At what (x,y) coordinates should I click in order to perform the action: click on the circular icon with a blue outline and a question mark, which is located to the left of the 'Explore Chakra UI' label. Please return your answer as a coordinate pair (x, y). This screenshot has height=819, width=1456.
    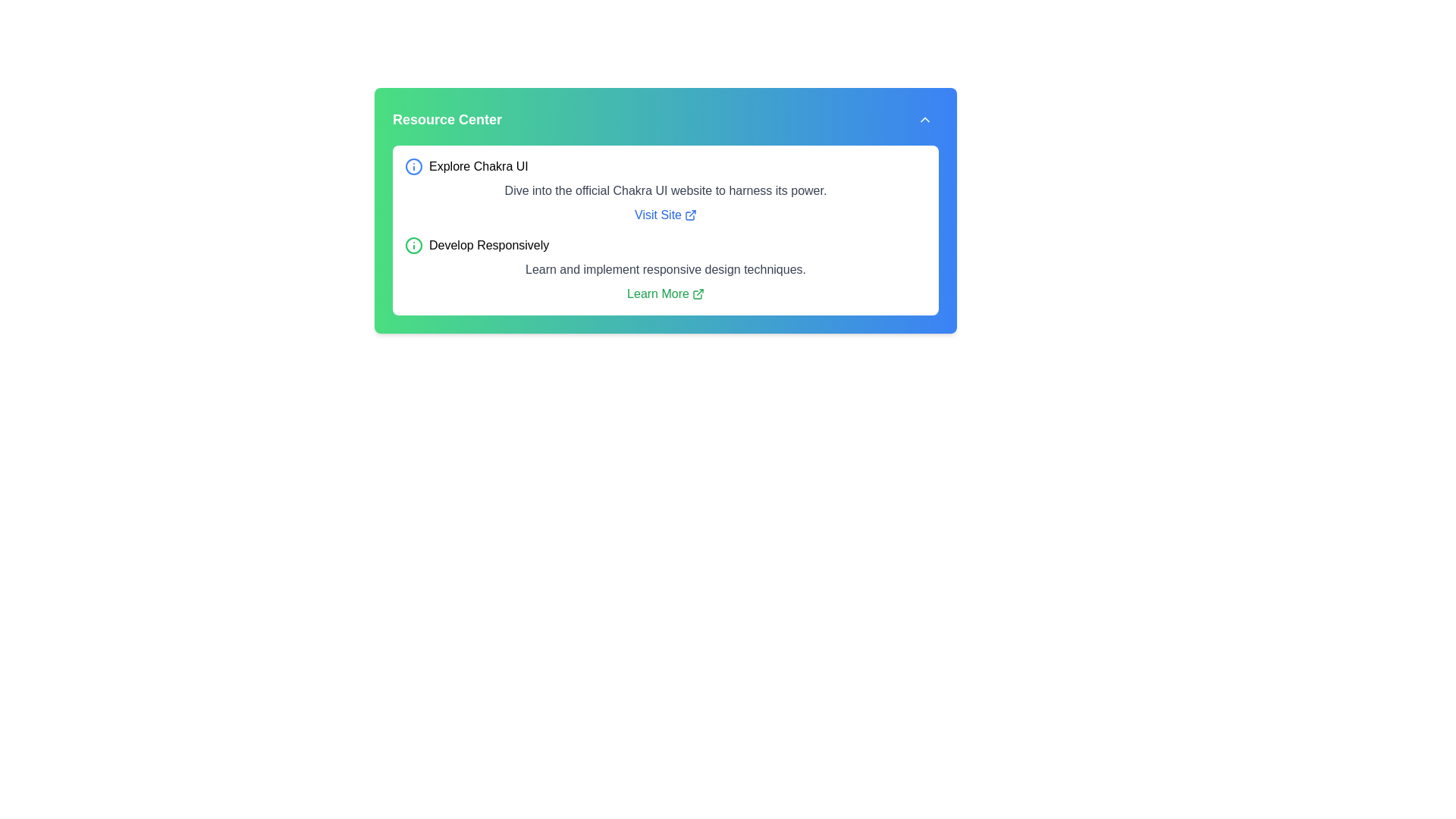
    Looking at the image, I should click on (414, 166).